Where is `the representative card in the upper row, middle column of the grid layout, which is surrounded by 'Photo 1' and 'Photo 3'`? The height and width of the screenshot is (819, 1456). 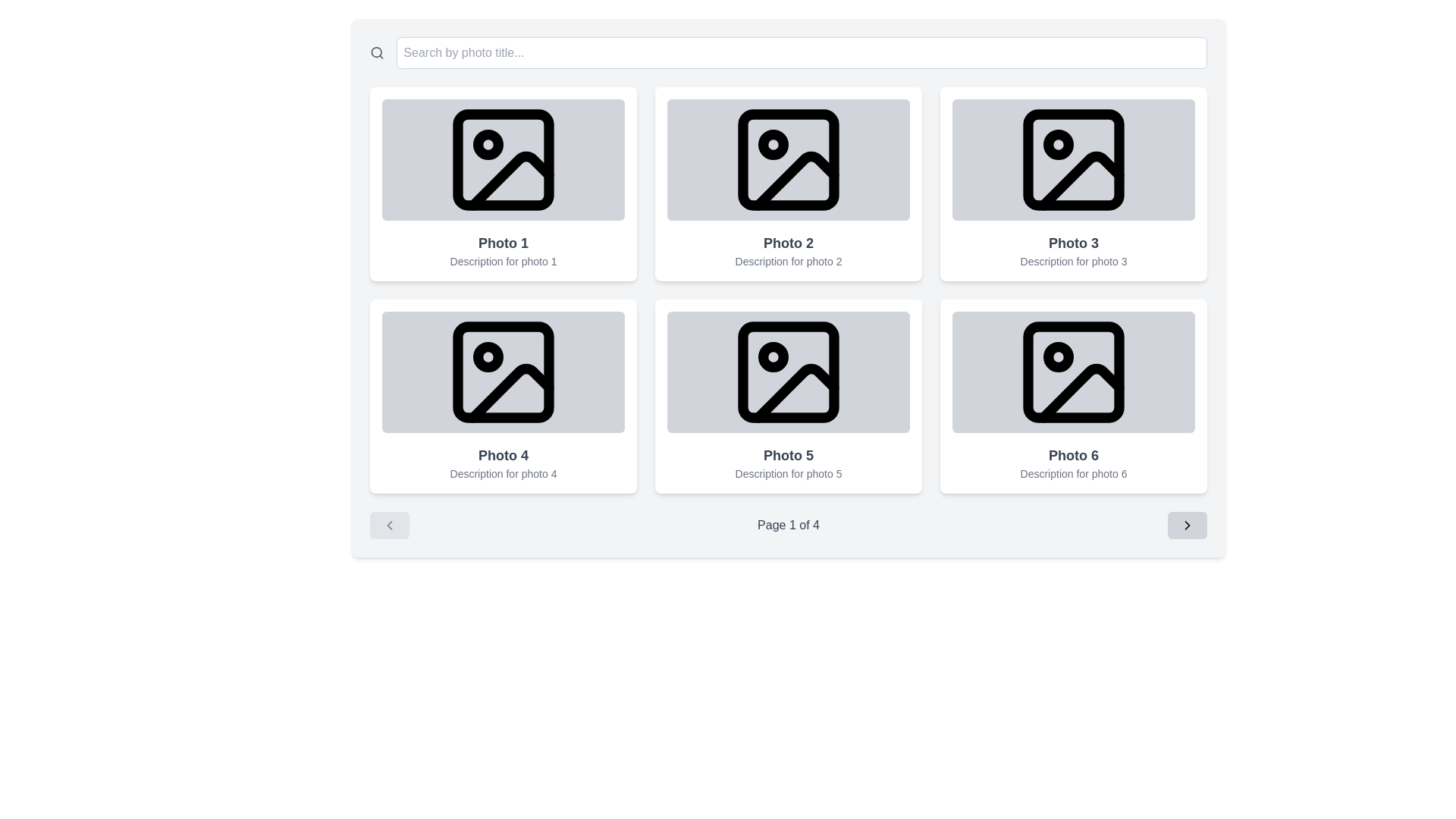 the representative card in the upper row, middle column of the grid layout, which is surrounded by 'Photo 1' and 'Photo 3' is located at coordinates (789, 184).